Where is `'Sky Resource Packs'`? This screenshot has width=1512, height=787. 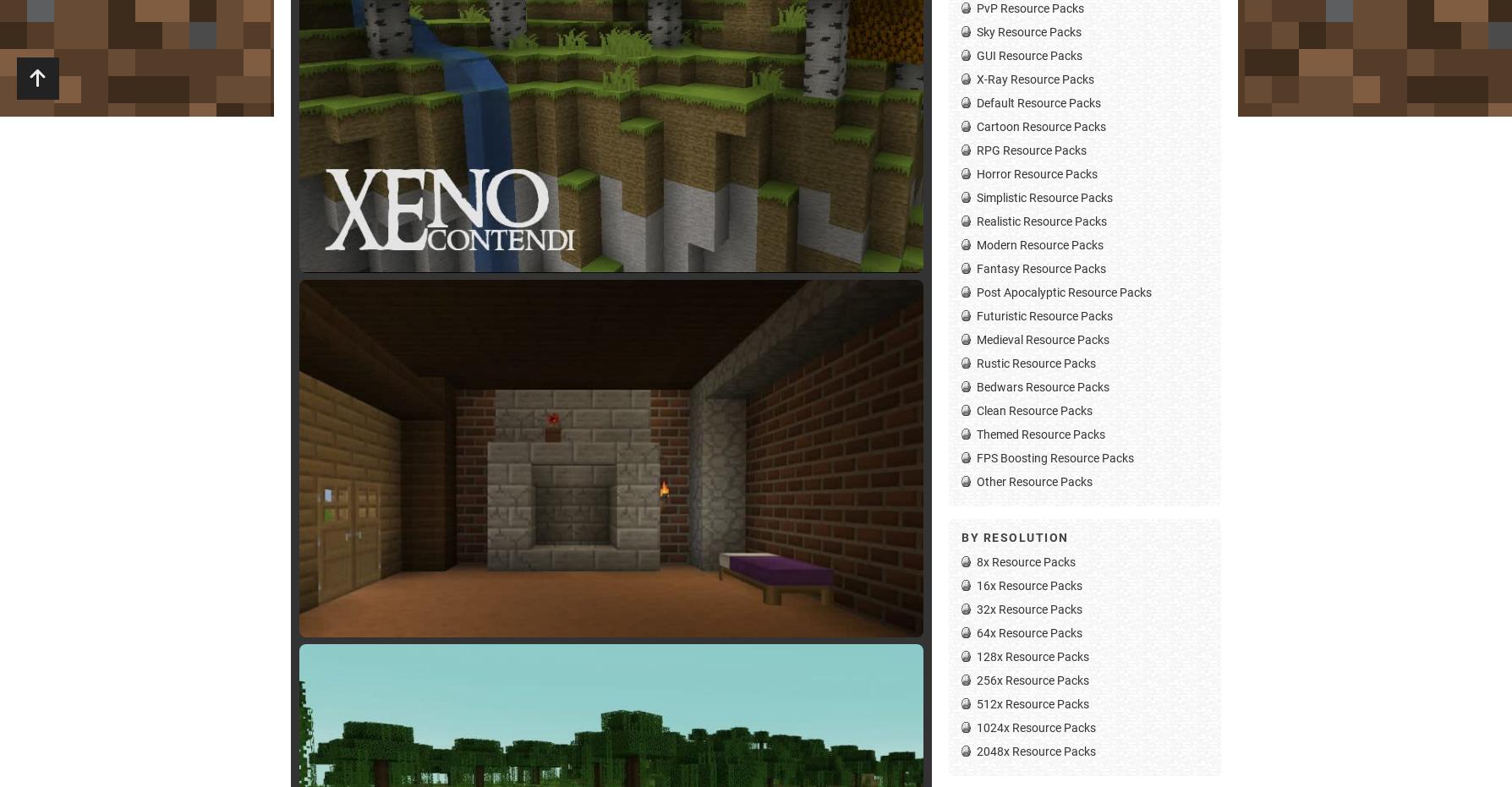
'Sky Resource Packs' is located at coordinates (1027, 30).